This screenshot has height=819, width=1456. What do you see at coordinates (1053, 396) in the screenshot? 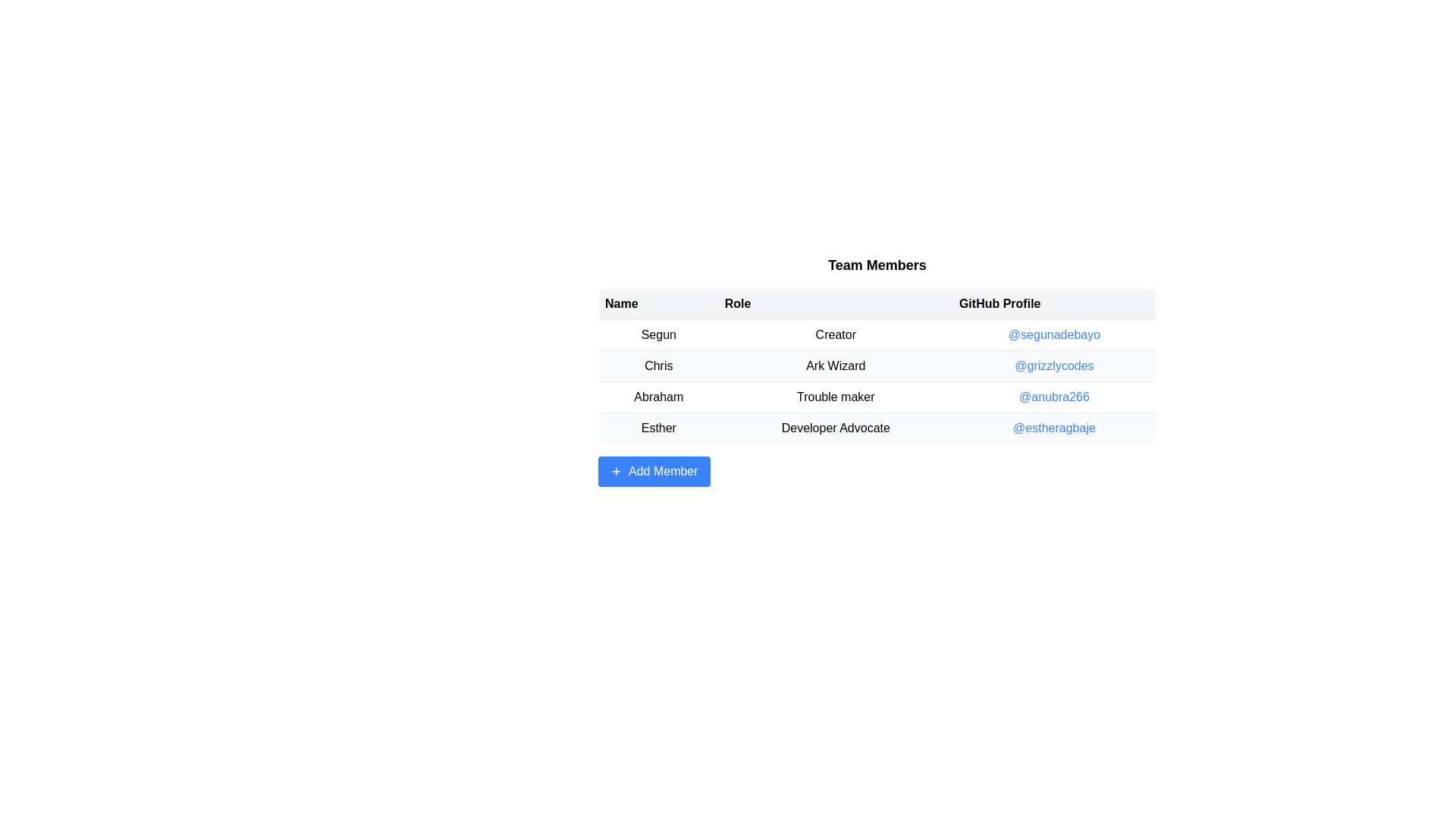
I see `the hyperlink text link for '@anubra266' in the GitHub Profile column` at bounding box center [1053, 396].